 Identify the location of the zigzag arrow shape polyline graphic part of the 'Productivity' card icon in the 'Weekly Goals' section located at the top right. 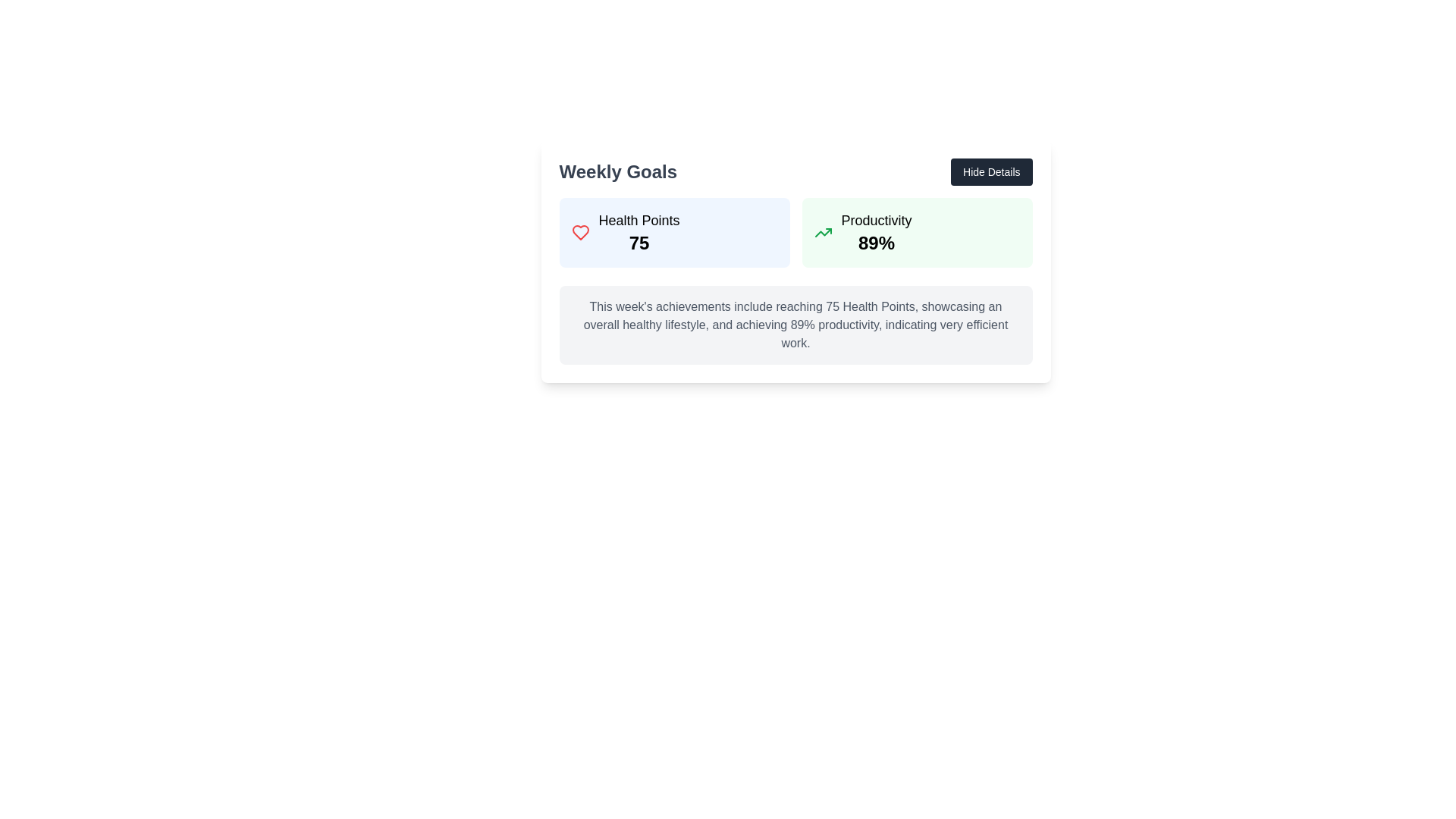
(822, 233).